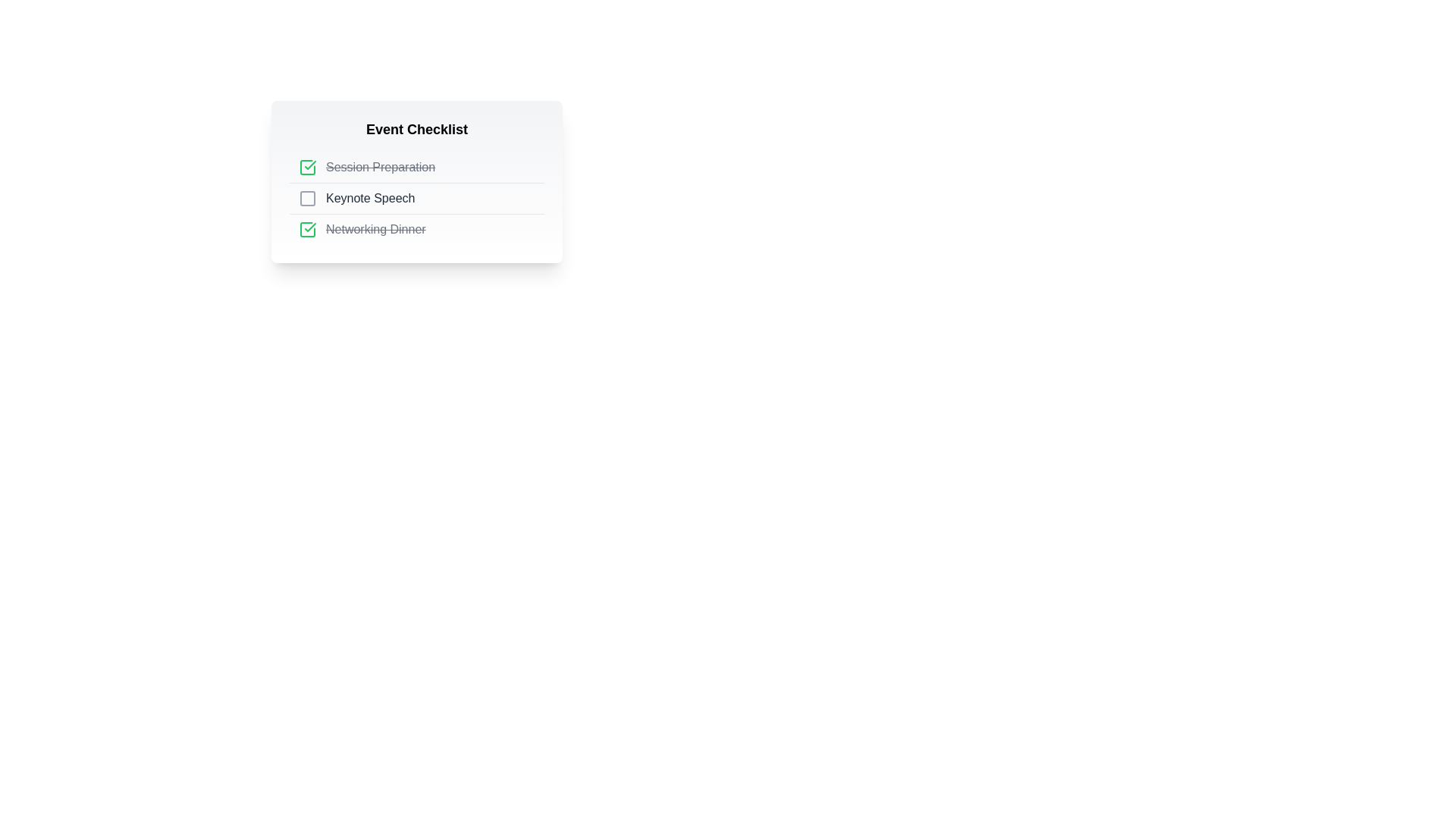  I want to click on the visual indicator icon representing the completion state of the 'Session Preparation' item, so click(307, 167).